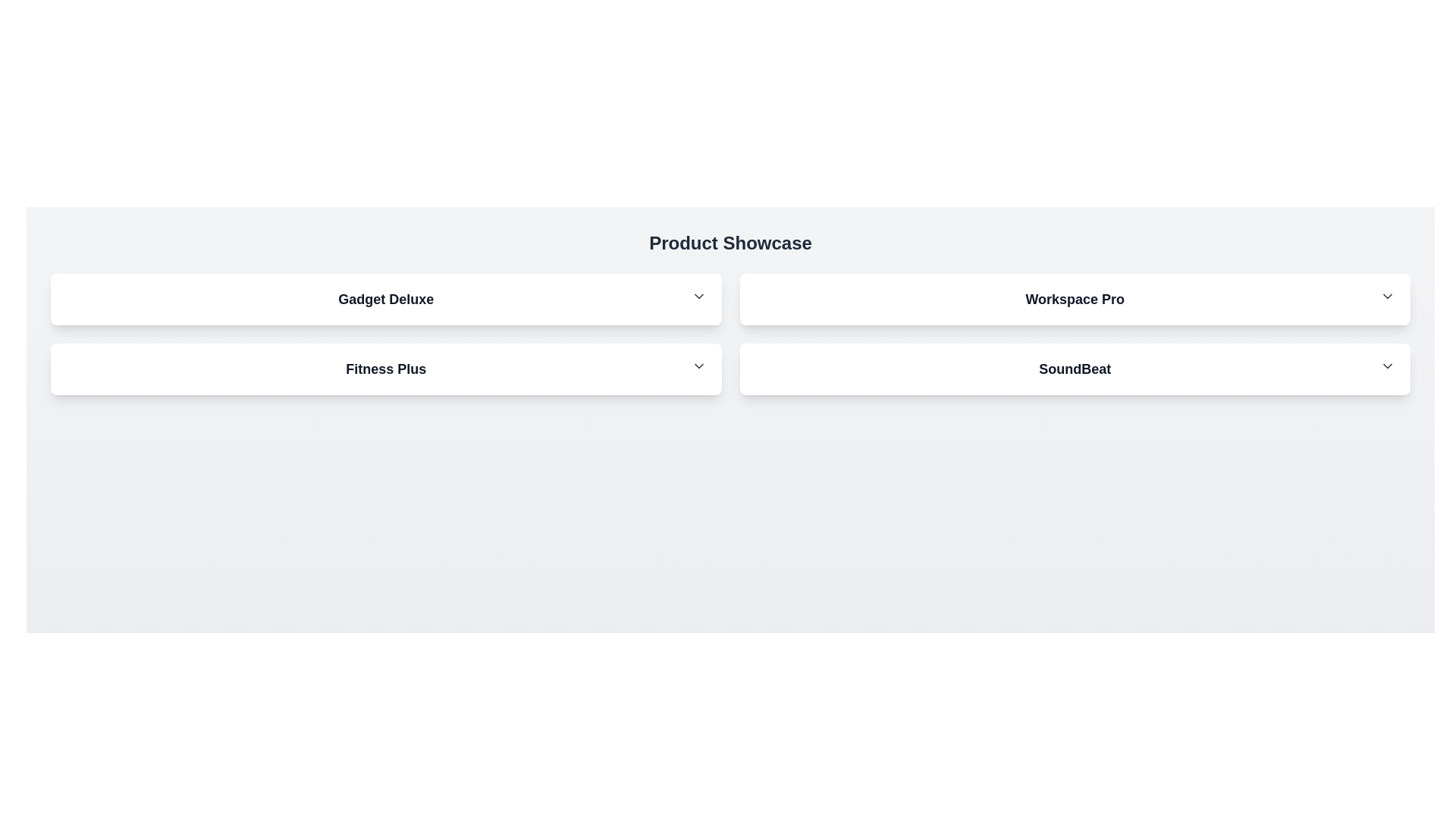 This screenshot has height=819, width=1456. Describe the element at coordinates (386, 369) in the screenshot. I see `the 'Fitness Plus' button, which is a rectangular UI element with a white background and bold black text` at that location.